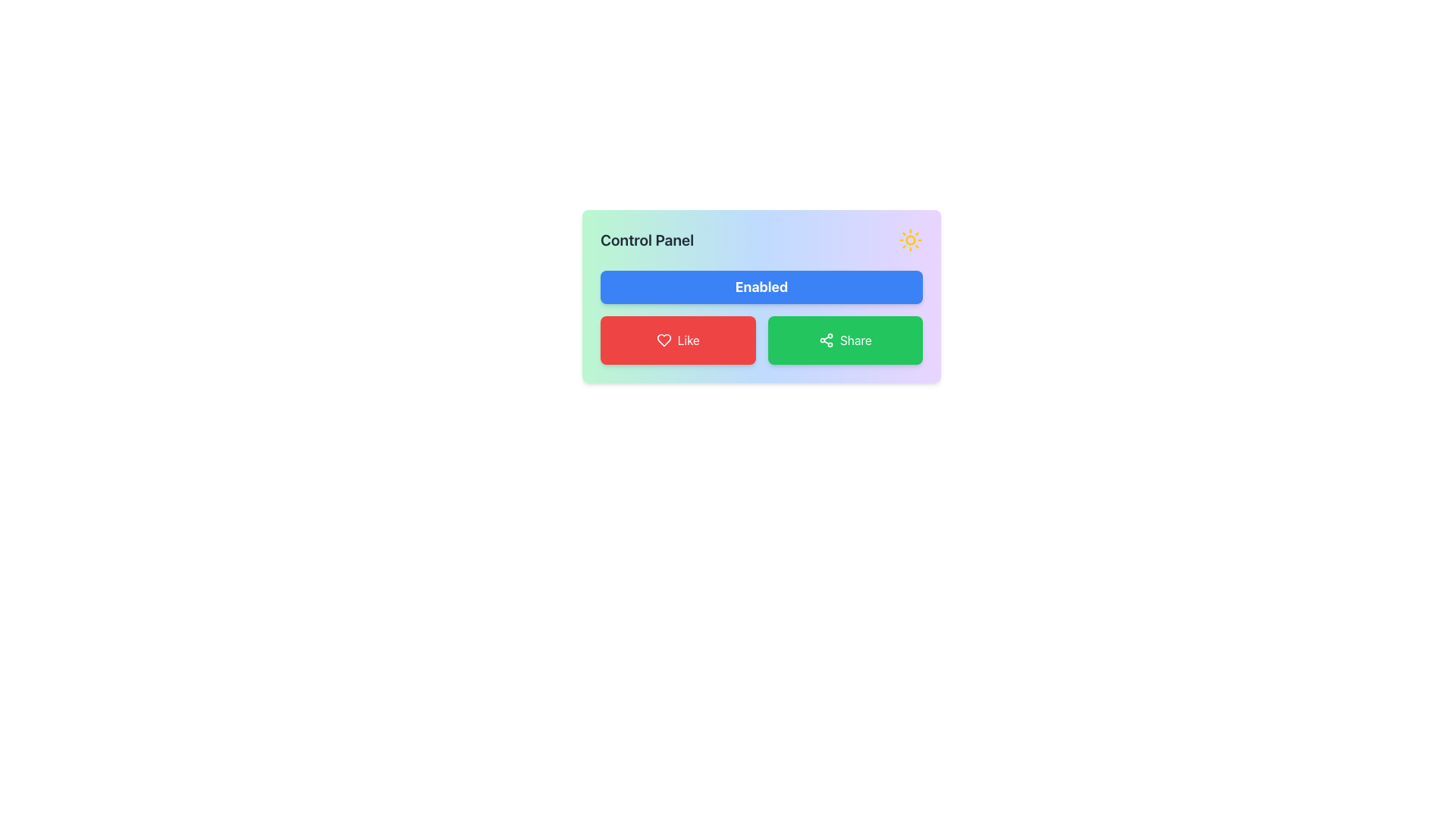 The image size is (1456, 819). I want to click on status of the 'Enabled' button on the Control Panel, which is a blue button with white text located centrally within the display panel, so click(761, 296).